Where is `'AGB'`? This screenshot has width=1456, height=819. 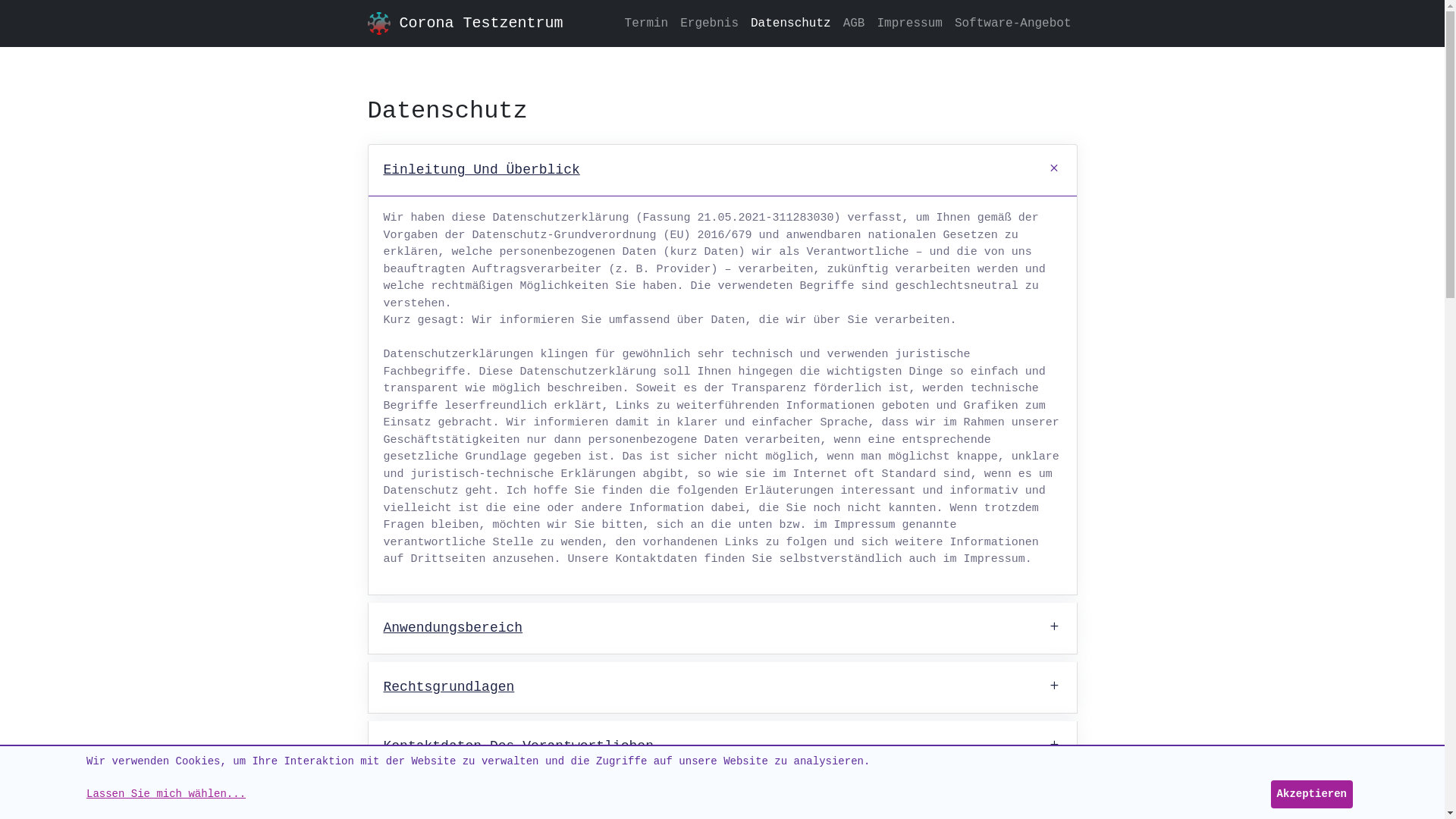 'AGB' is located at coordinates (854, 23).